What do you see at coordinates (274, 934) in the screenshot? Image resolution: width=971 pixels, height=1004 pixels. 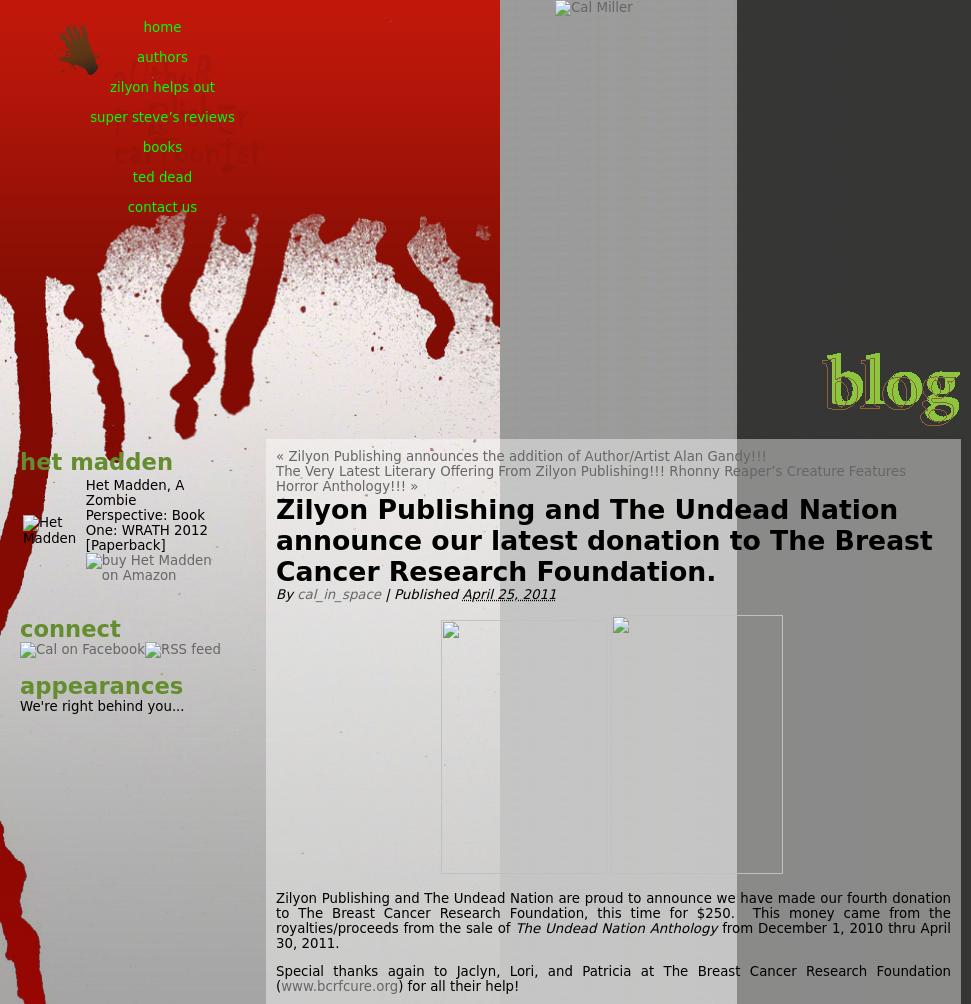 I see `'from December 1, 2010 thru April 30, 2011.'` at bounding box center [274, 934].